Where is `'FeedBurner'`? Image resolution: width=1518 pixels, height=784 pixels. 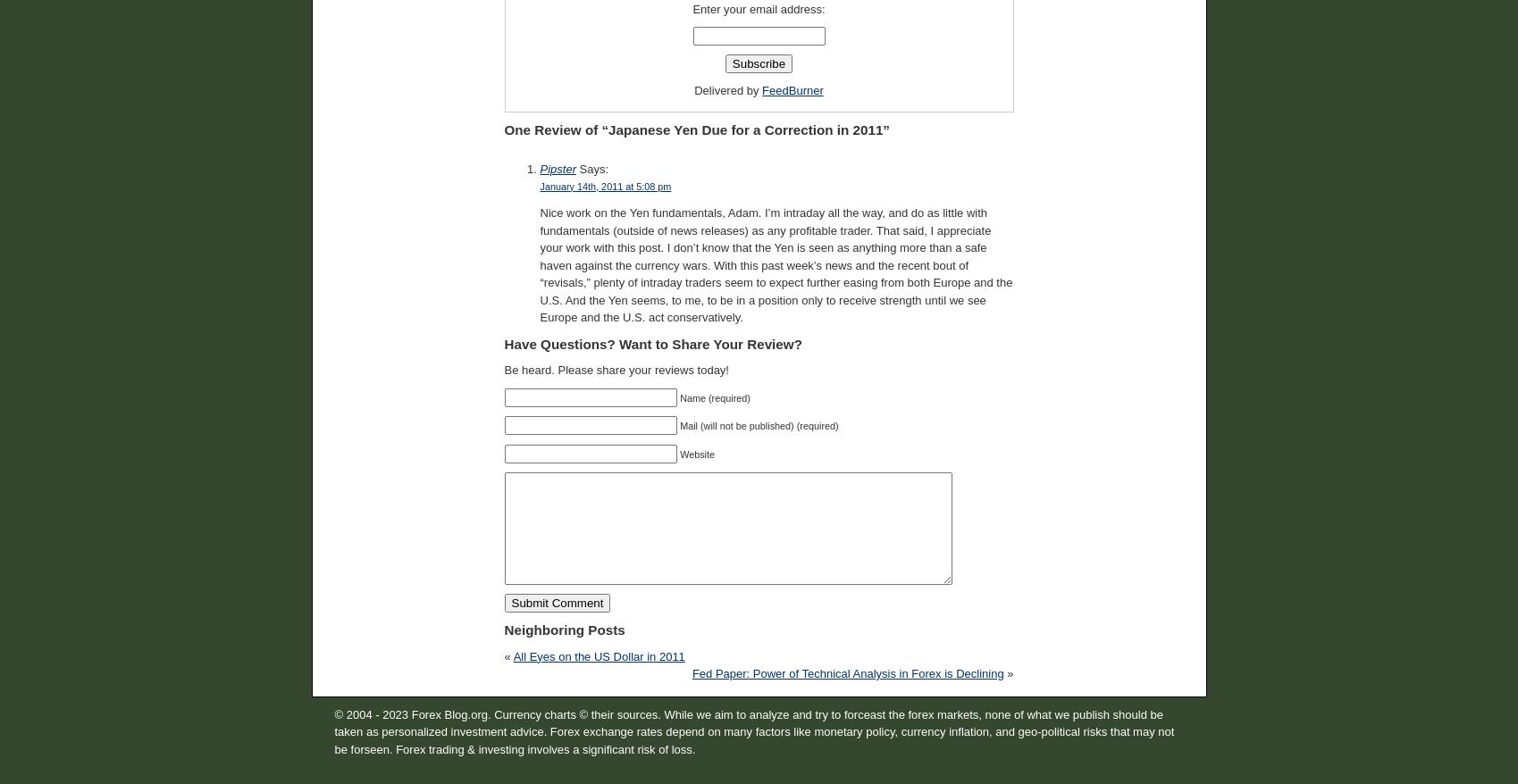 'FeedBurner' is located at coordinates (761, 89).